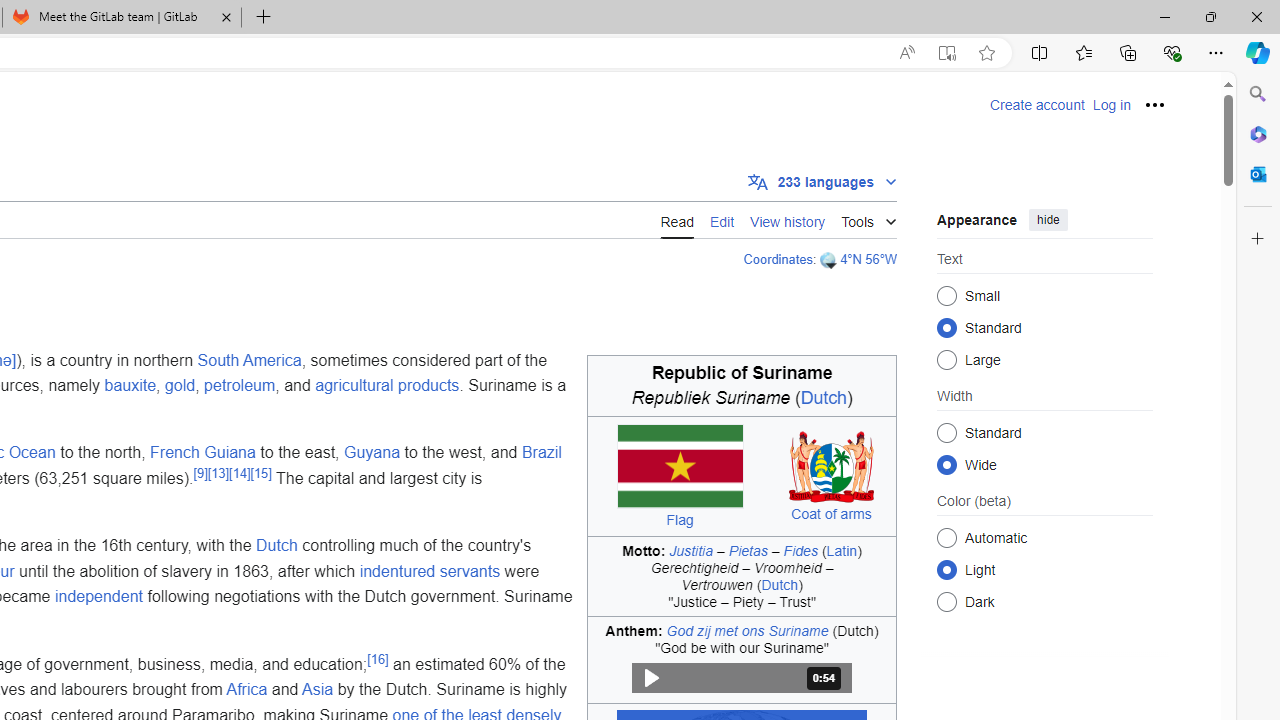 This screenshot has height=720, width=1280. Describe the element at coordinates (741, 476) in the screenshot. I see `'Flag of Suriname Flag Coat of arms of Suriname Coat of arms'` at that location.